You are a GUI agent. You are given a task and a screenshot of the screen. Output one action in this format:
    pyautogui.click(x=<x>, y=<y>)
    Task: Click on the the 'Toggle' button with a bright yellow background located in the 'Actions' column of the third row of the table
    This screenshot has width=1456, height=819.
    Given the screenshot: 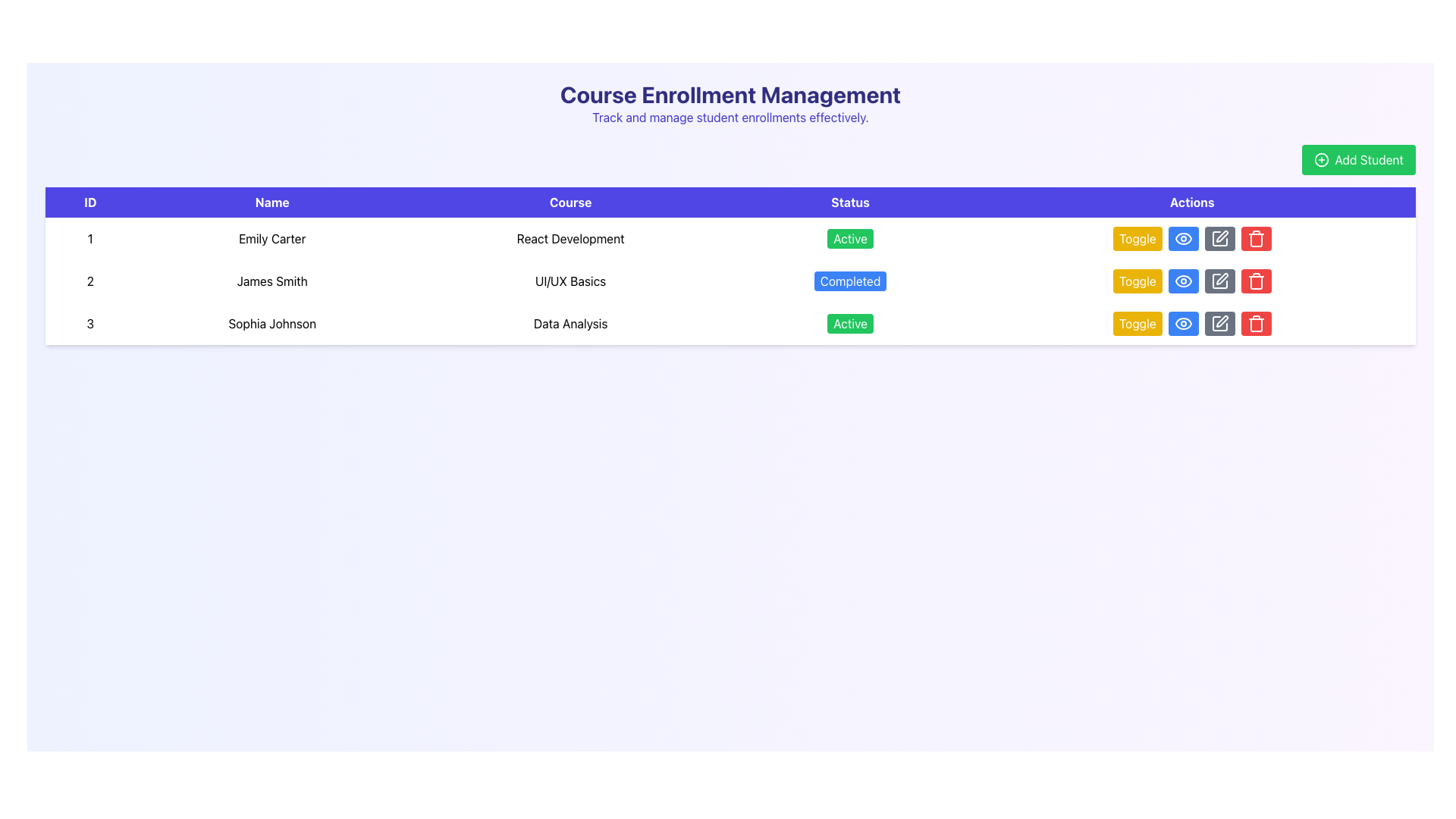 What is the action you would take?
    pyautogui.click(x=1137, y=323)
    